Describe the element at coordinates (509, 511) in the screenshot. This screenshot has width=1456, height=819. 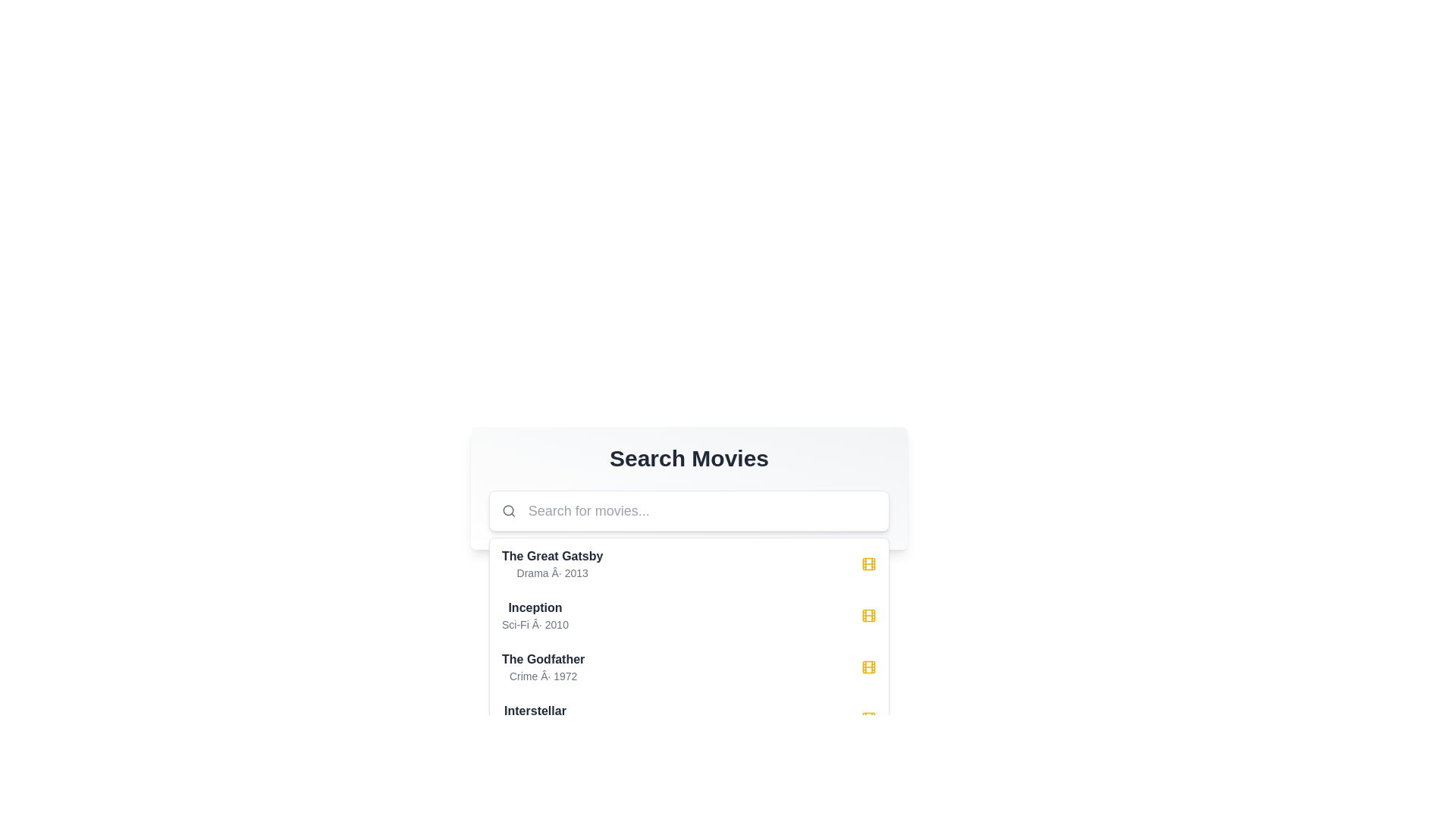
I see `the search icon located at the far left side of the search input component, which signifies the search functionality` at that location.